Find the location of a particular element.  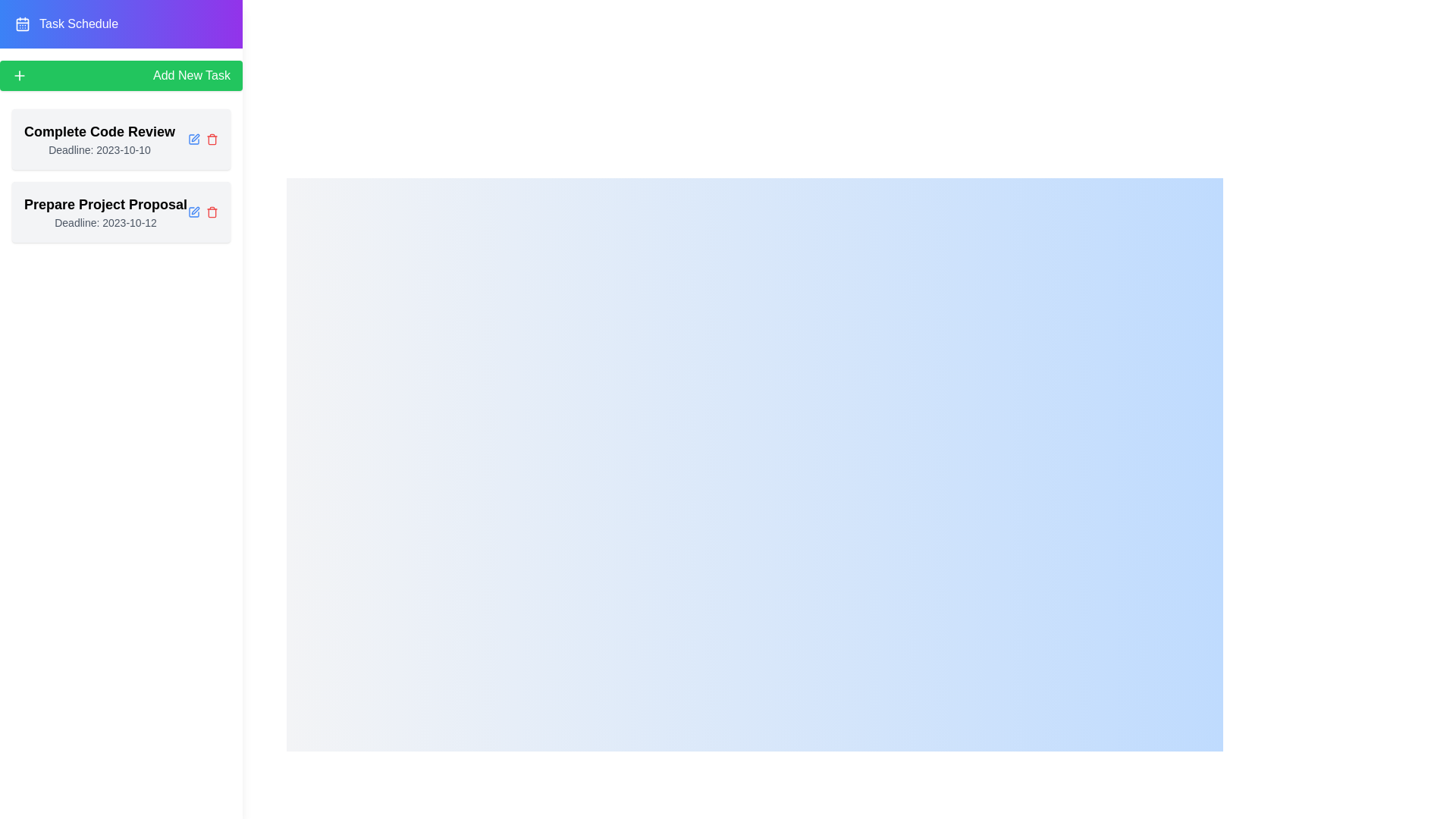

the edit button for the task titled 'Complete Code Review' is located at coordinates (193, 140).